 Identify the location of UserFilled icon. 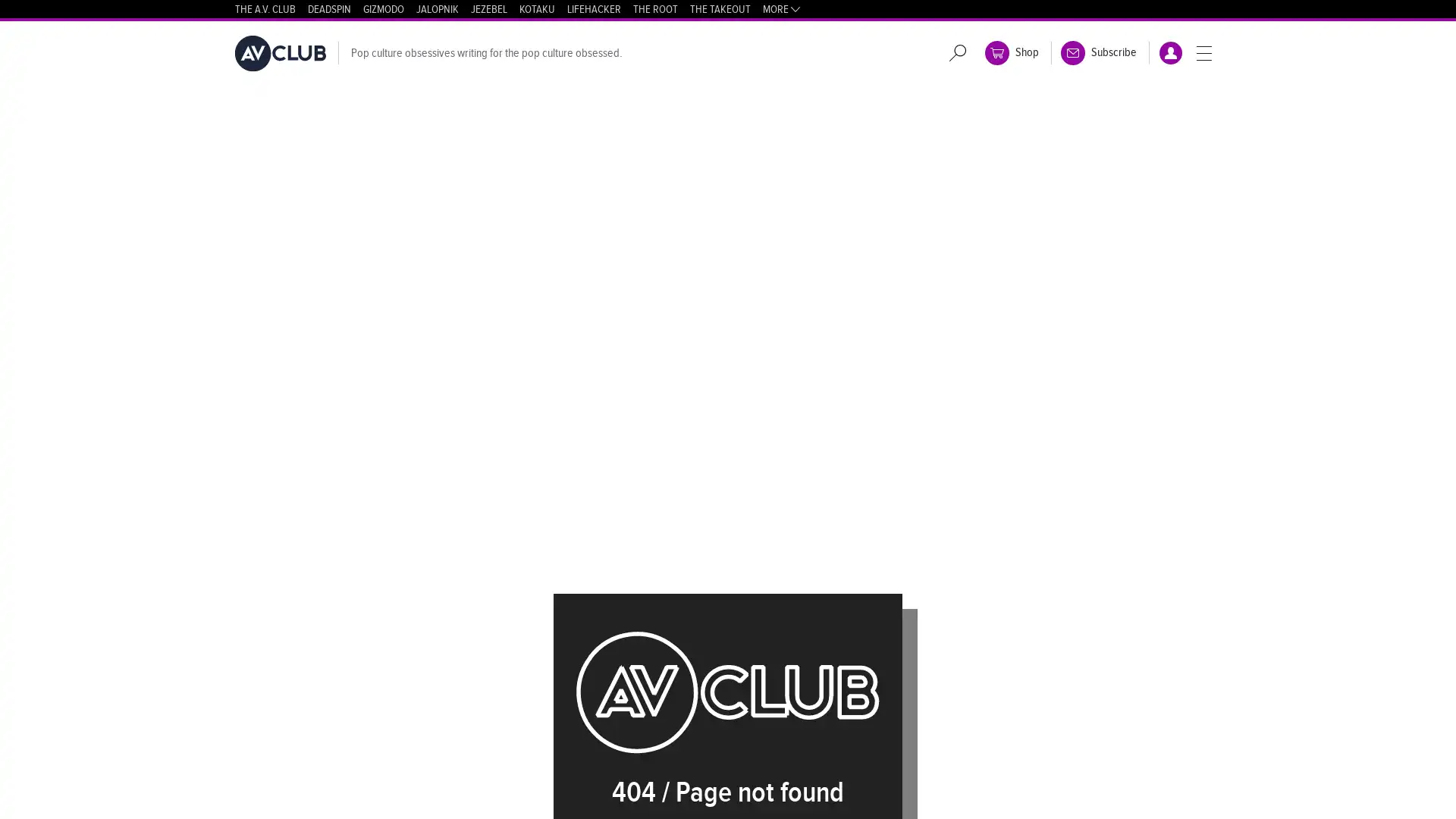
(1170, 52).